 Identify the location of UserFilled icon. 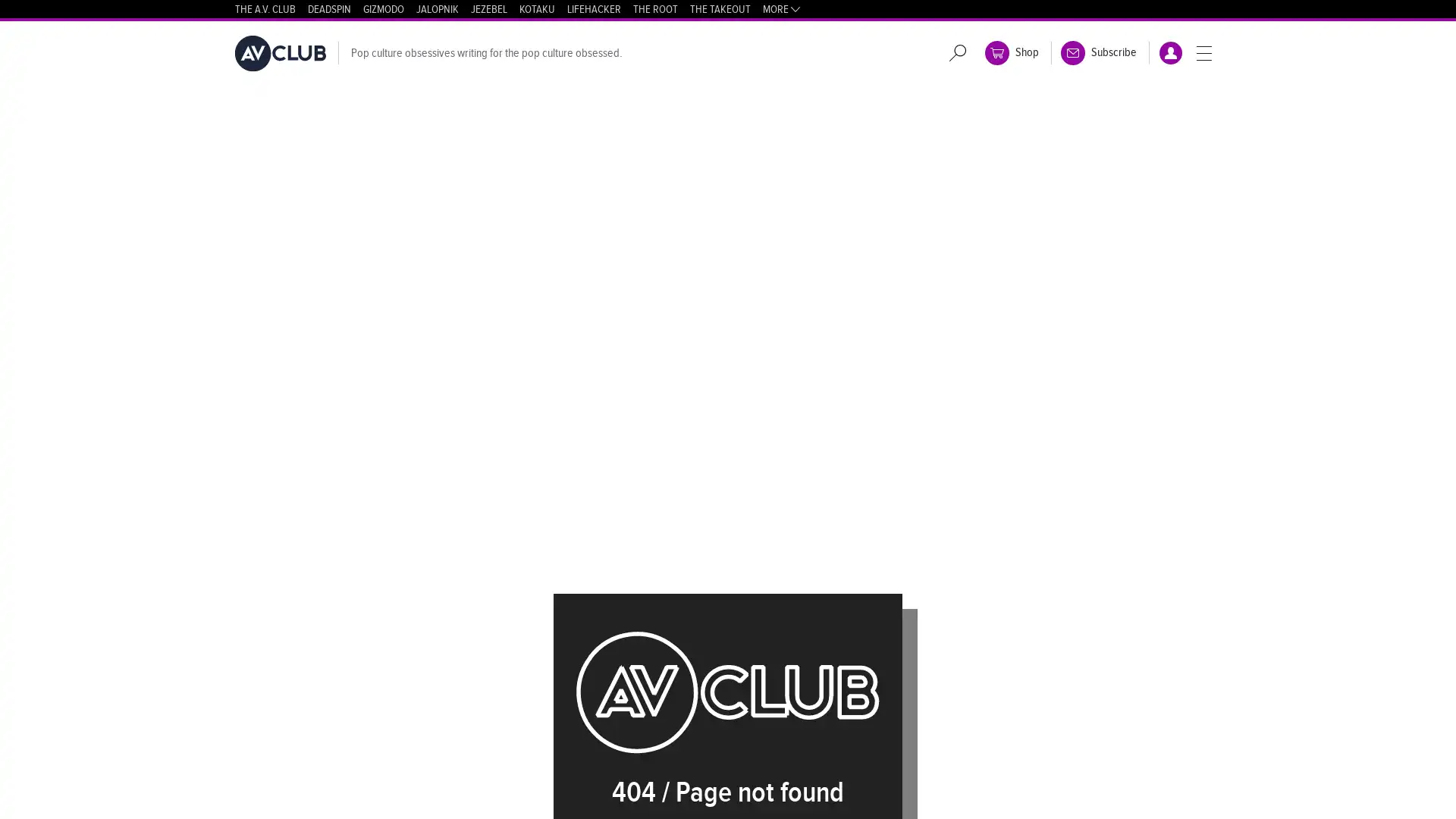
(1170, 52).